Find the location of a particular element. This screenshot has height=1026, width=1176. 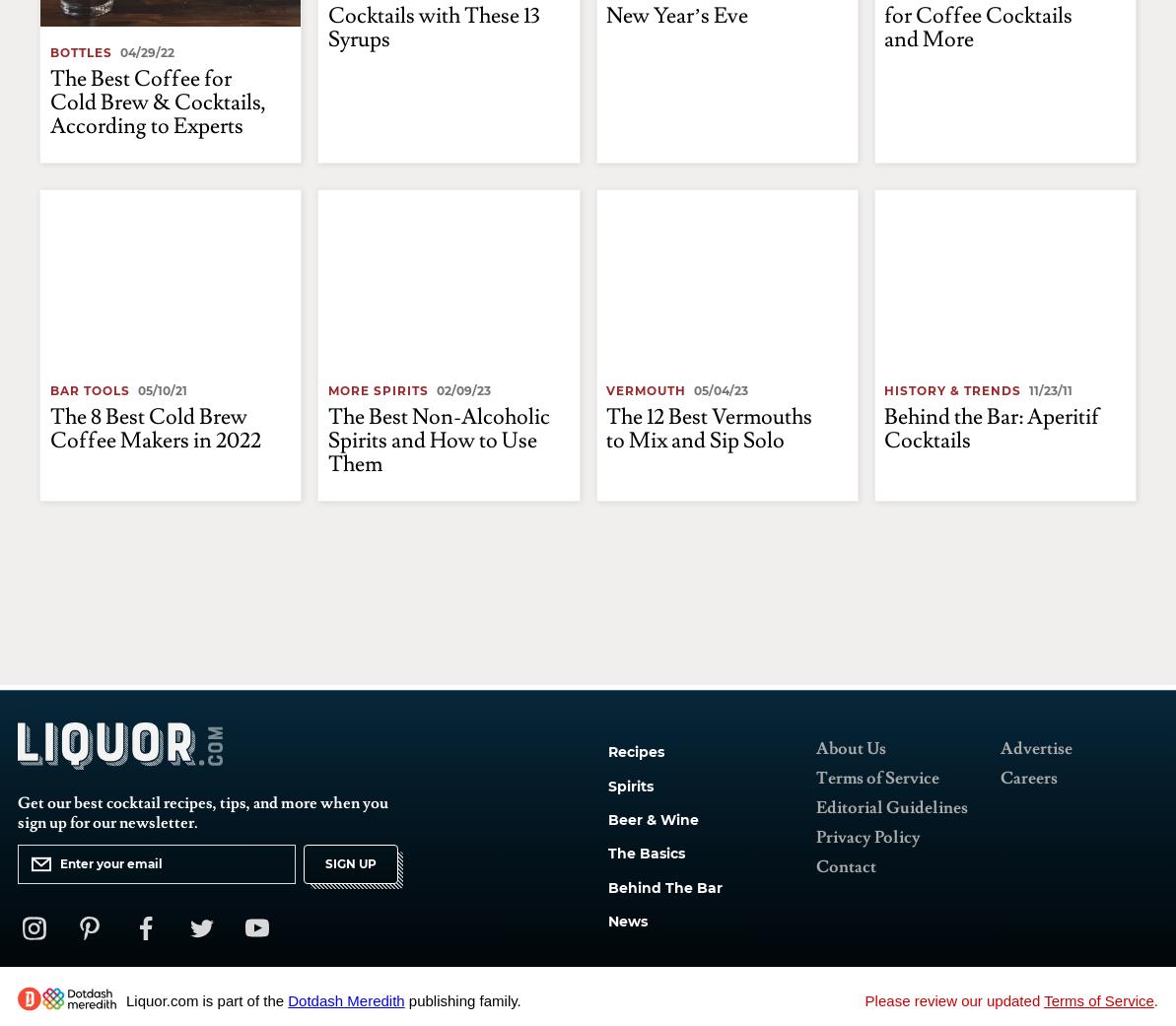

'About Us' is located at coordinates (813, 747).